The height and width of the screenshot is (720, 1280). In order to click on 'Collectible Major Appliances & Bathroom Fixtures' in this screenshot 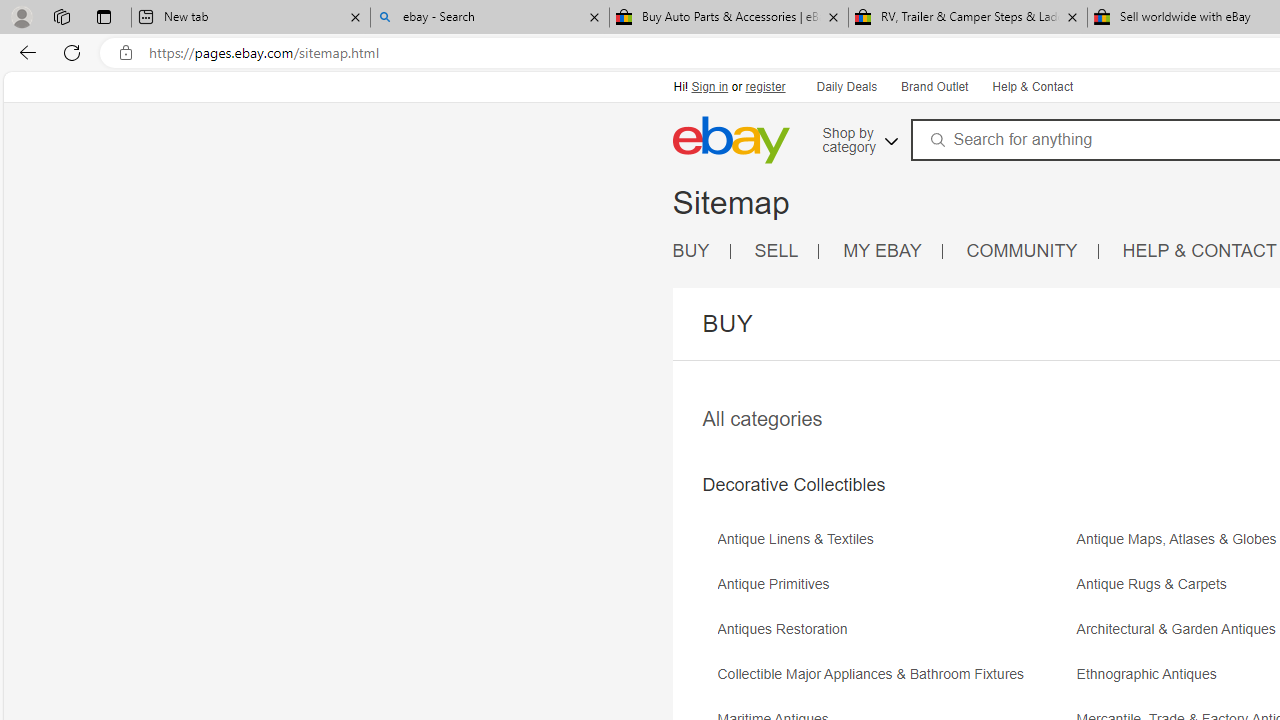, I will do `click(876, 674)`.